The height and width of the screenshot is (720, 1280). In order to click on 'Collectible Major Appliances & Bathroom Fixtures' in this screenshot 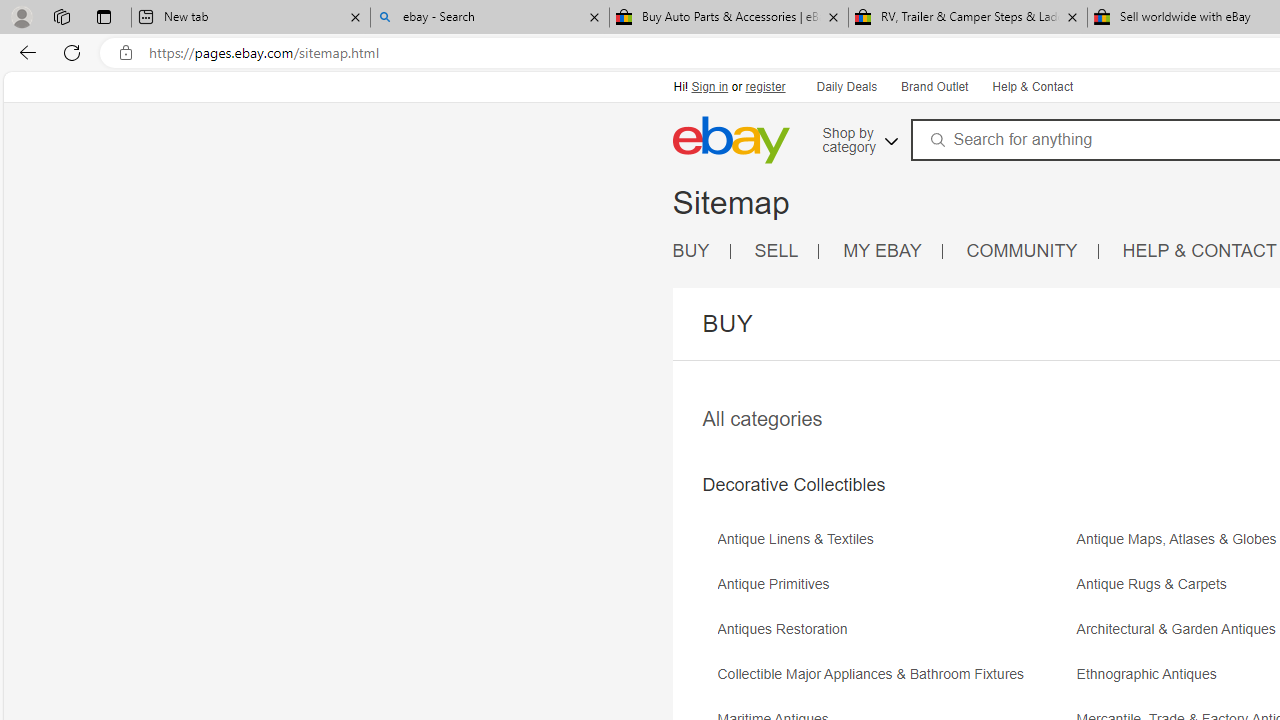, I will do `click(876, 674)`.